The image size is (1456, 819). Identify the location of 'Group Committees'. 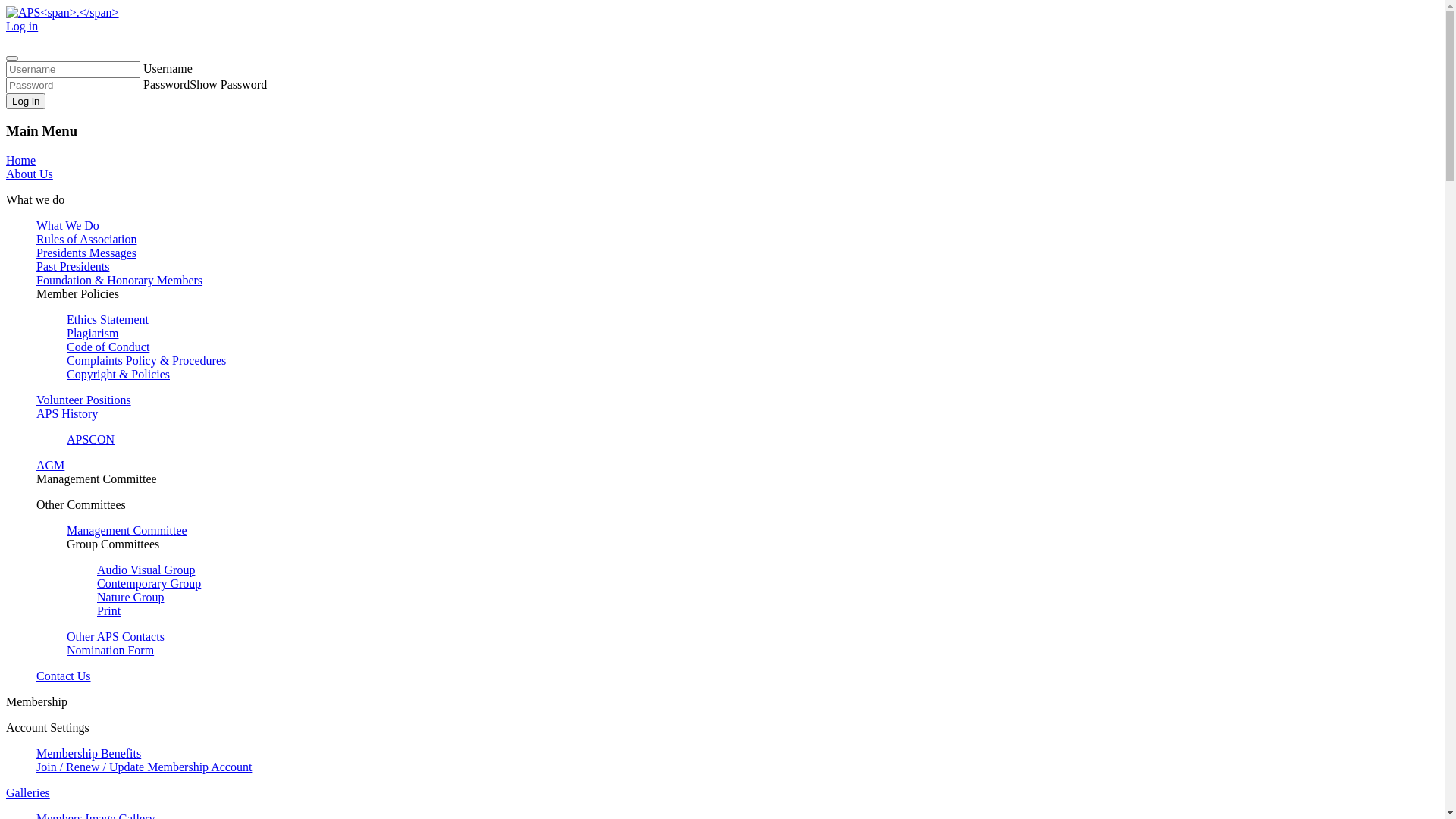
(111, 543).